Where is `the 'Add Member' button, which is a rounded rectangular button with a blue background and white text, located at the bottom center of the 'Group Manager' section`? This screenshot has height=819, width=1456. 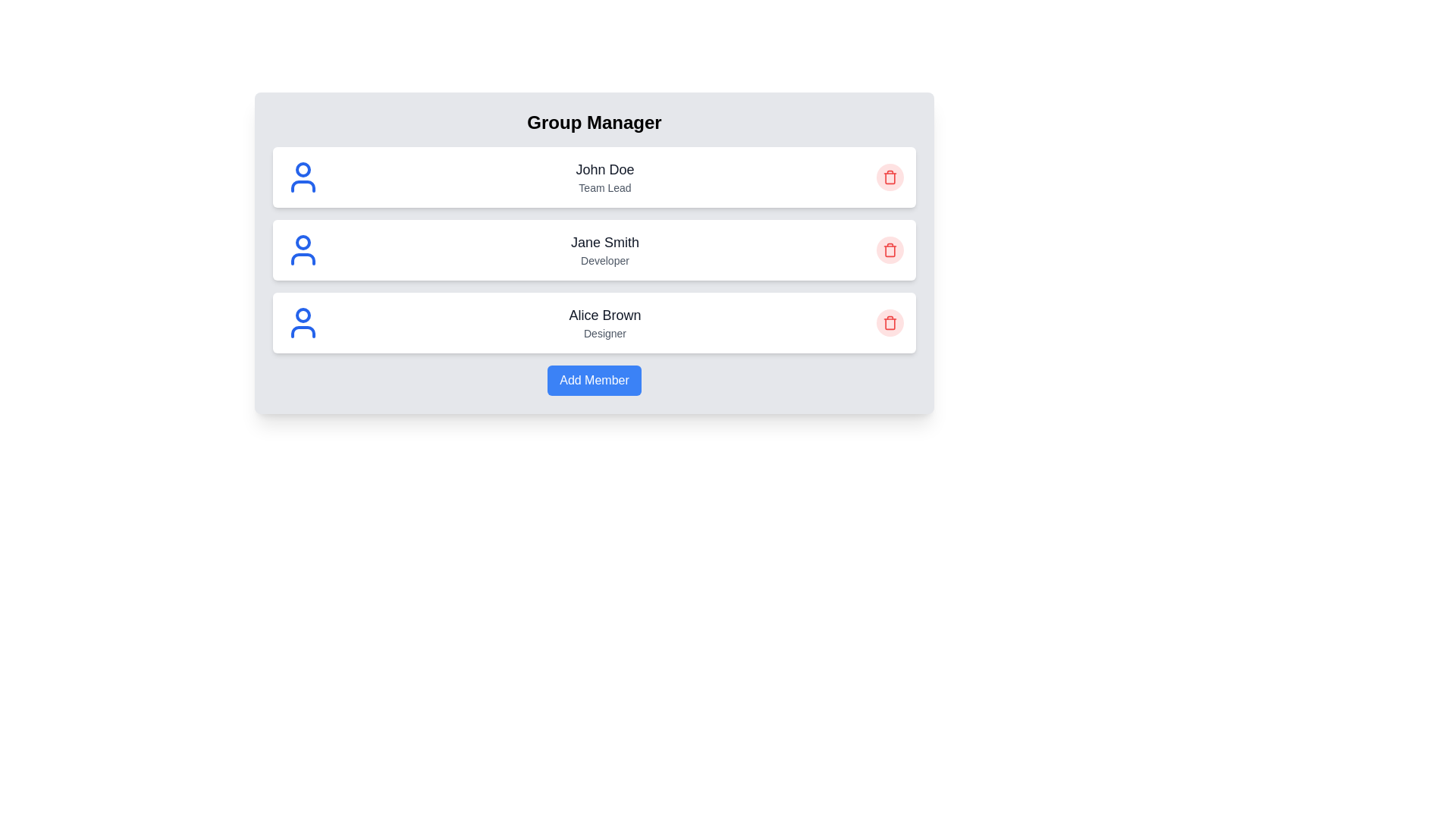 the 'Add Member' button, which is a rounded rectangular button with a blue background and white text, located at the bottom center of the 'Group Manager' section is located at coordinates (593, 379).